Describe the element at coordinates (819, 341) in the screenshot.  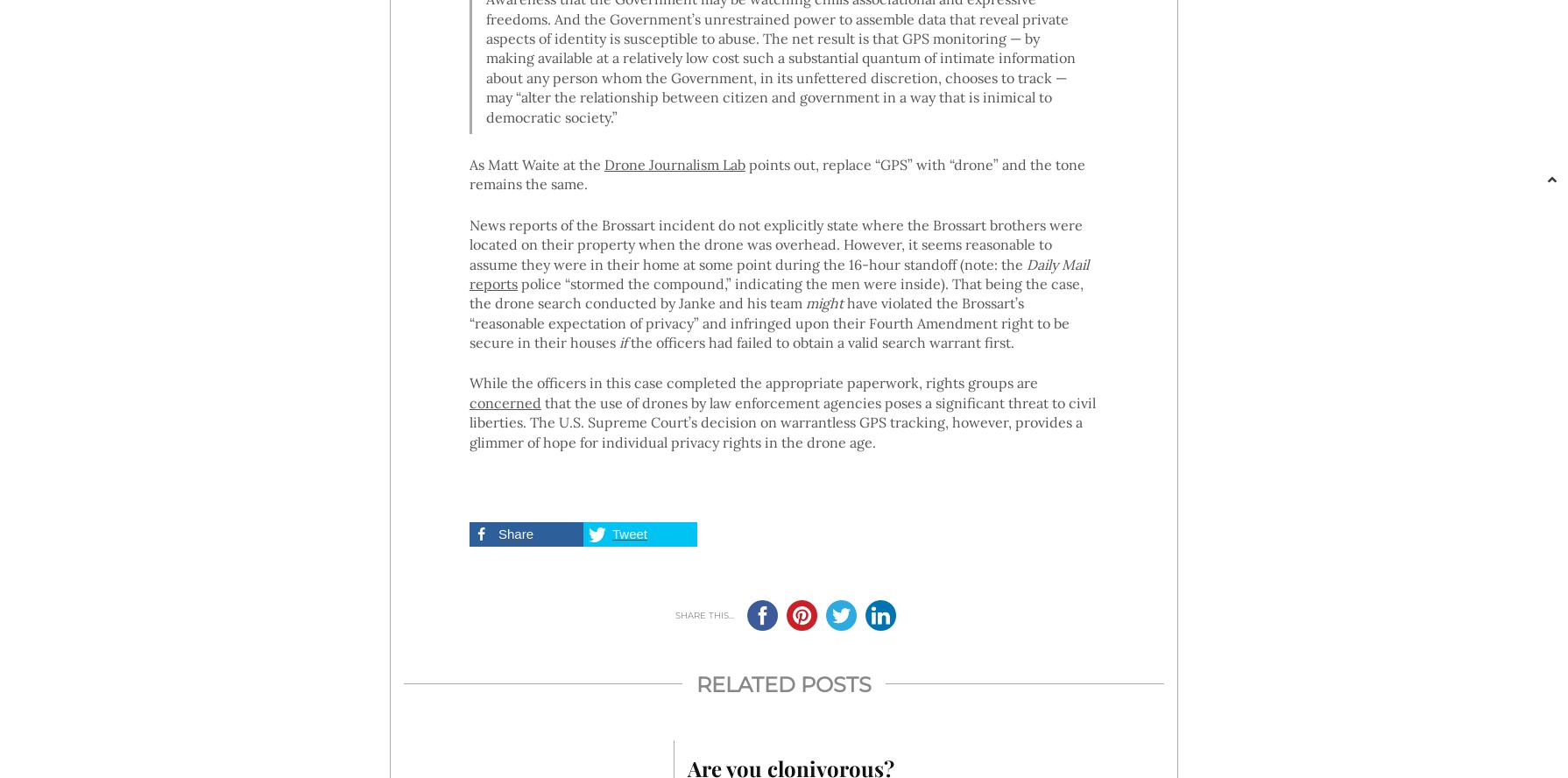
I see `'the officers had failed to obtain a valid search warrant first.'` at that location.